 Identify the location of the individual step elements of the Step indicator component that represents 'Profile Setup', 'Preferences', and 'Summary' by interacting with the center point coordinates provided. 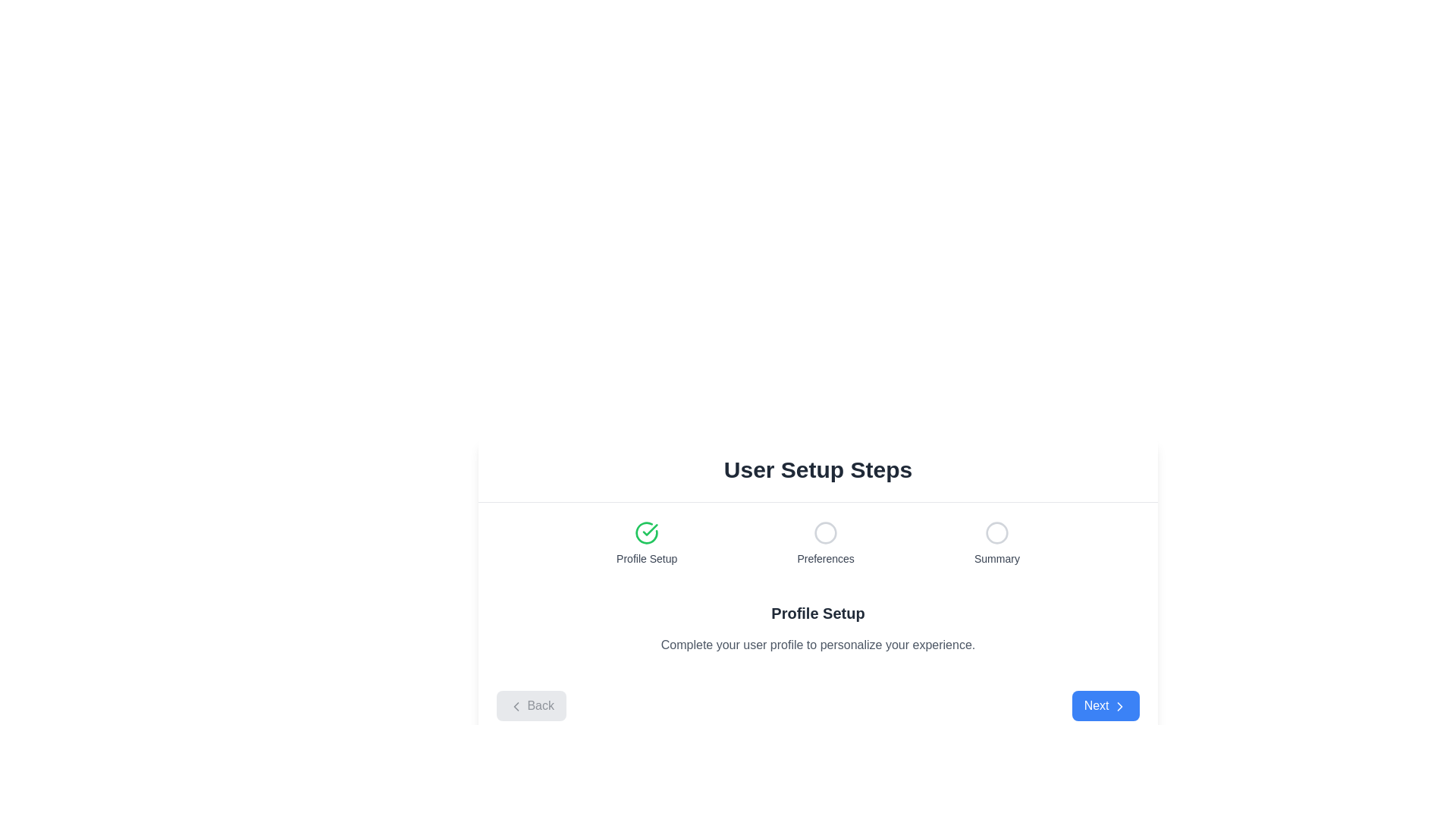
(817, 543).